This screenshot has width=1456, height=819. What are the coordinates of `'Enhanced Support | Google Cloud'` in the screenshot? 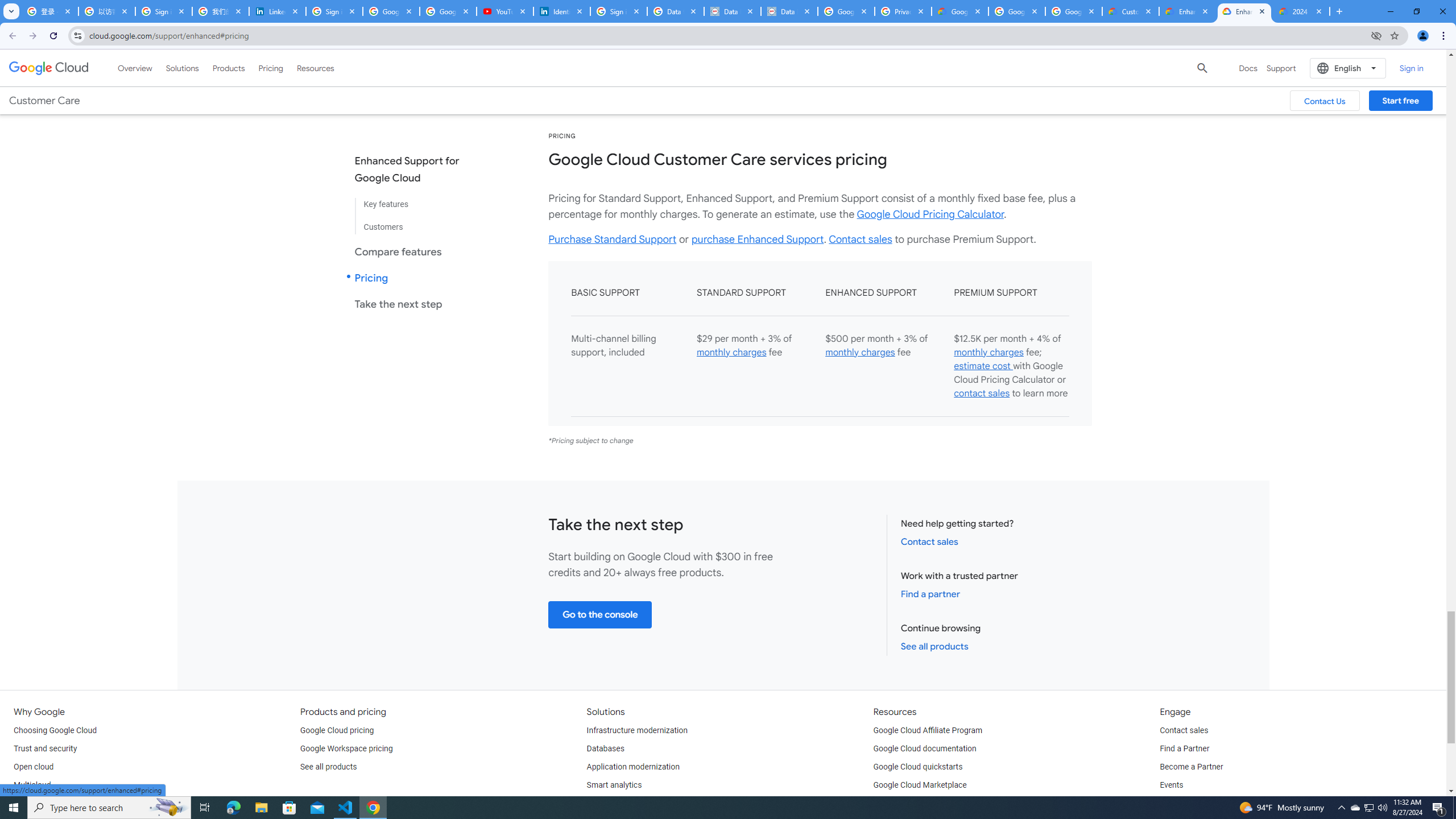 It's located at (1244, 11).